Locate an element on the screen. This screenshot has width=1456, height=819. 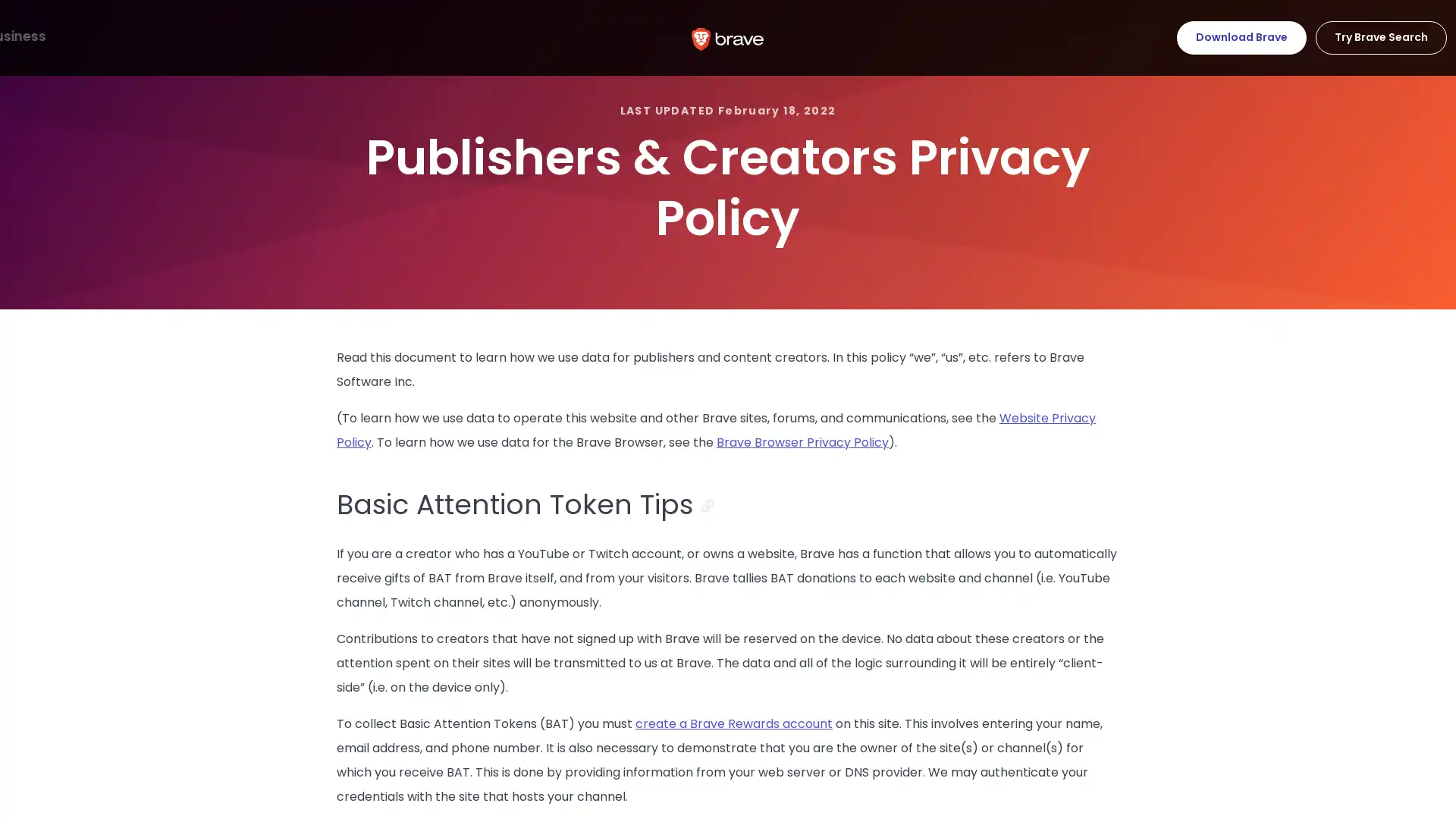
Products is located at coordinates (121, 36).